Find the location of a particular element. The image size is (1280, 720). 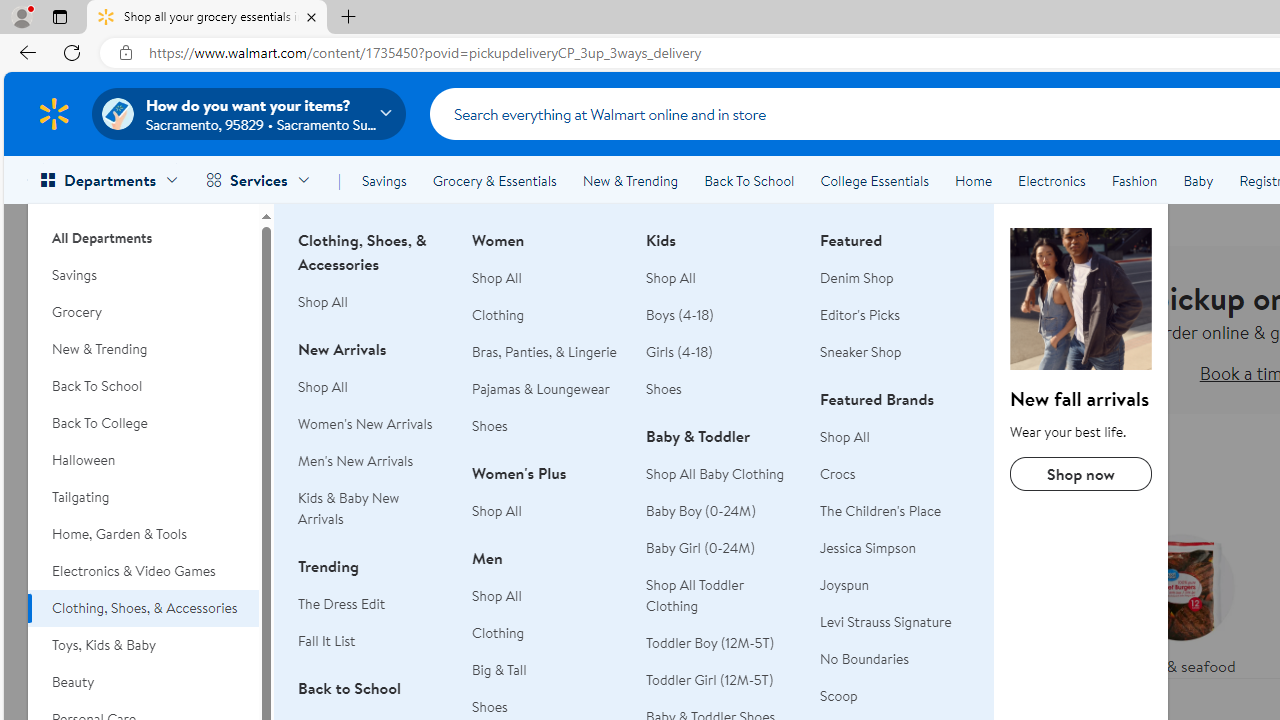

'Big & Tall' is located at coordinates (499, 669).